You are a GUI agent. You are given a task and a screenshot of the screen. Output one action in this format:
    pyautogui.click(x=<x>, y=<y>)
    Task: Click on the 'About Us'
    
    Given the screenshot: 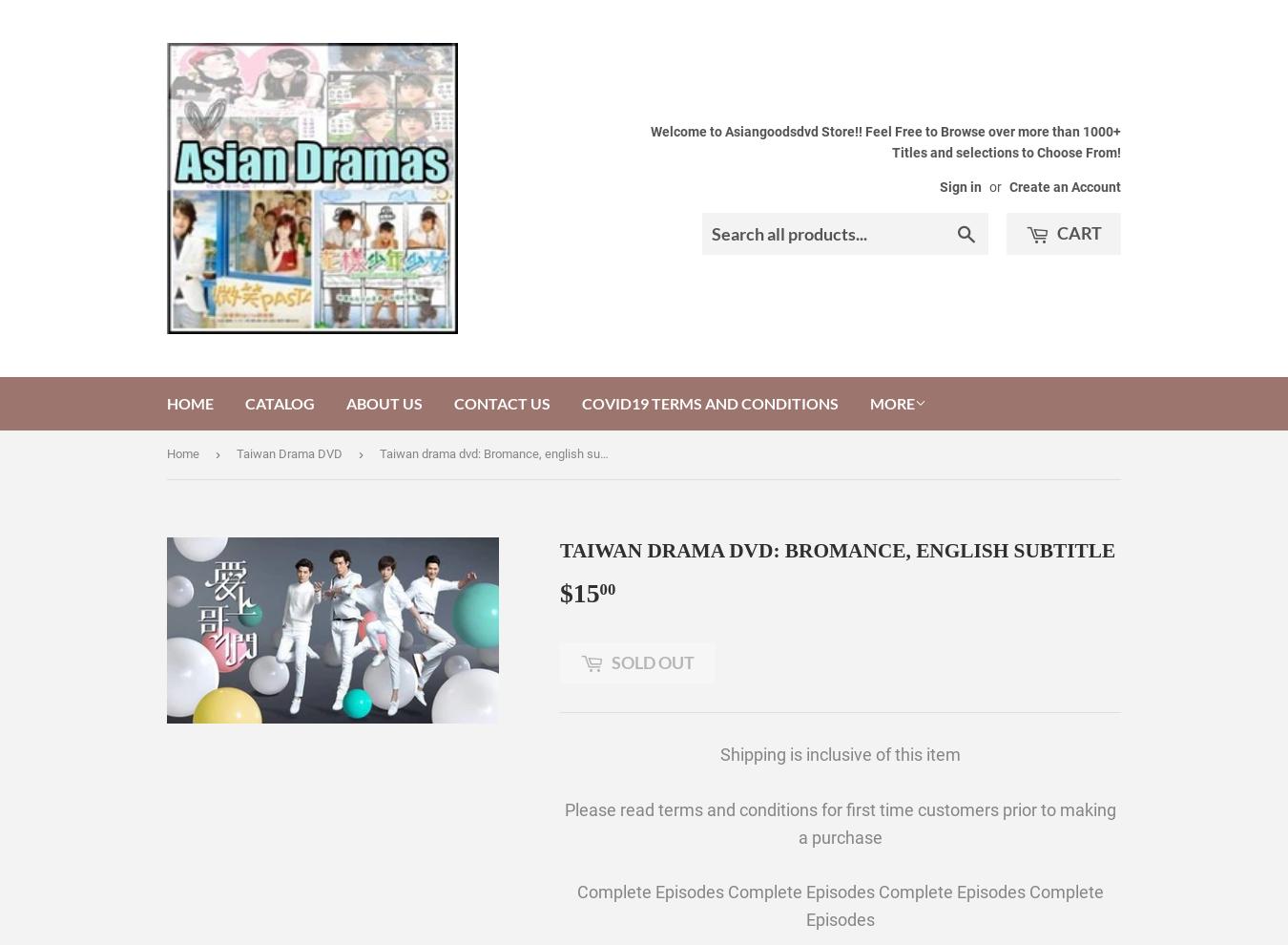 What is the action you would take?
    pyautogui.click(x=384, y=402)
    